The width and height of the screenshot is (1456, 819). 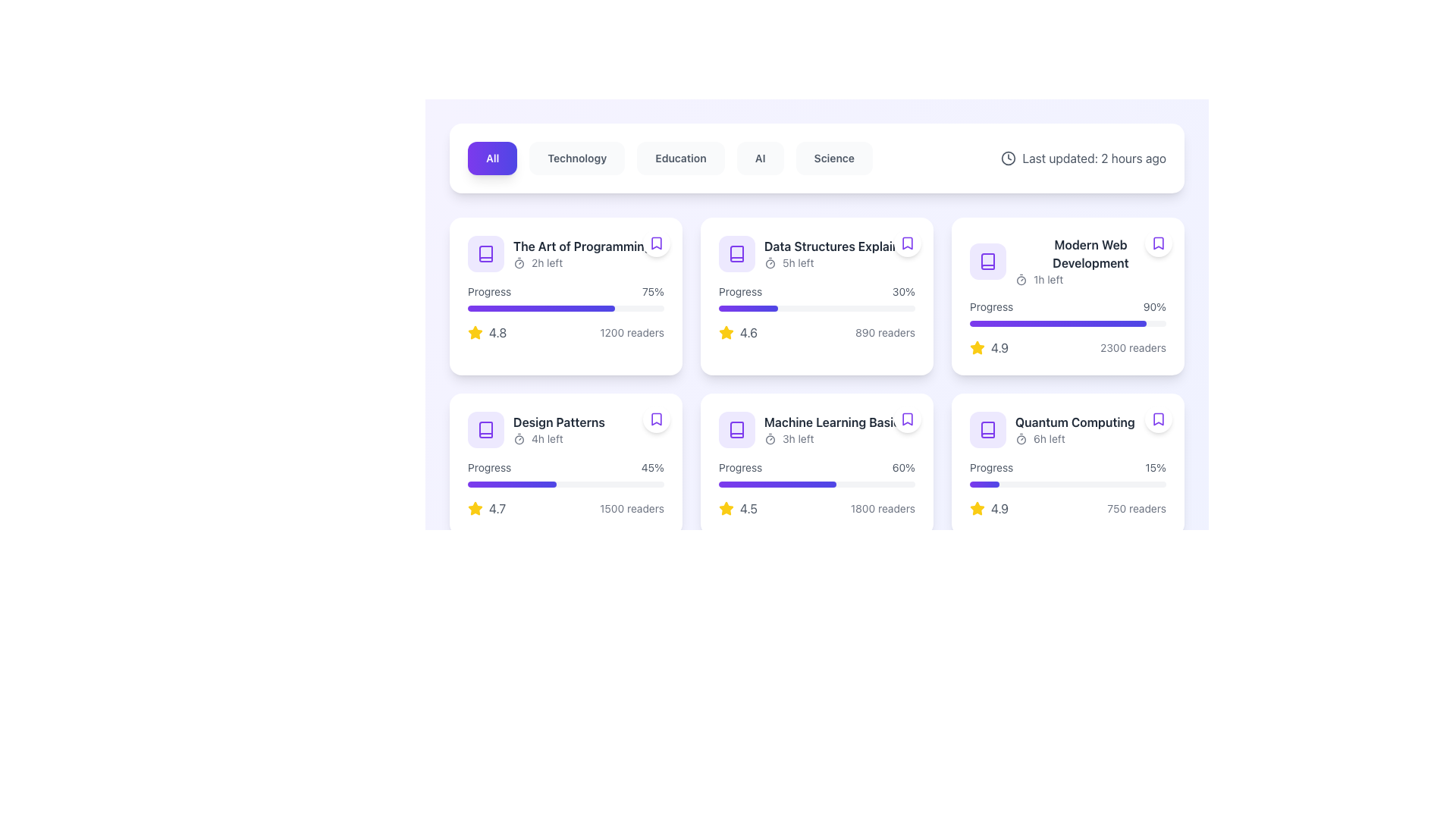 What do you see at coordinates (497, 509) in the screenshot?
I see `average rating score displayed for the item 'Design Patterns', located in the bottom-left corner of the card, to the right of the star icon` at bounding box center [497, 509].